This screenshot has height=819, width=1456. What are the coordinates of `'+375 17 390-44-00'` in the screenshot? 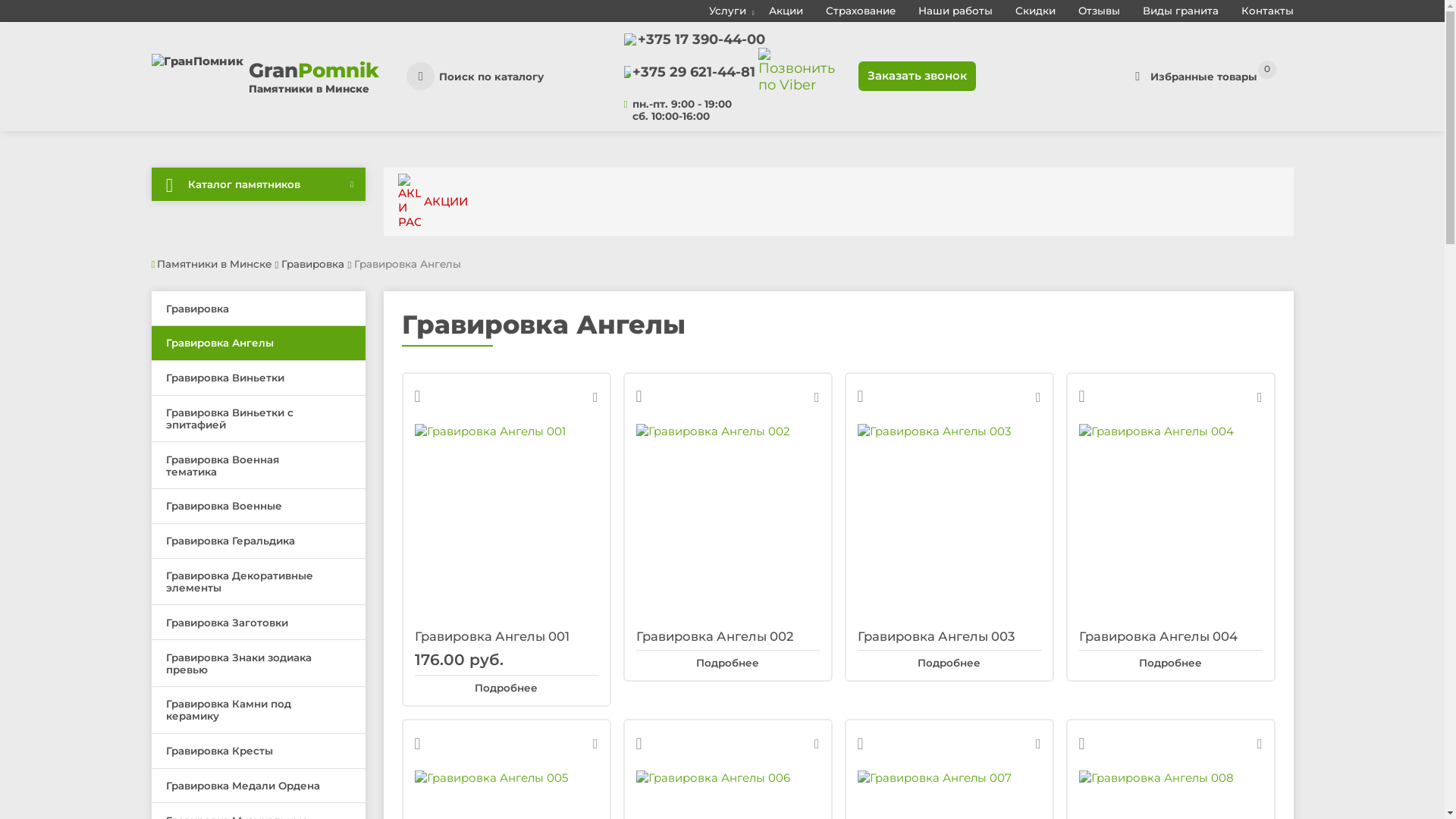 It's located at (701, 38).